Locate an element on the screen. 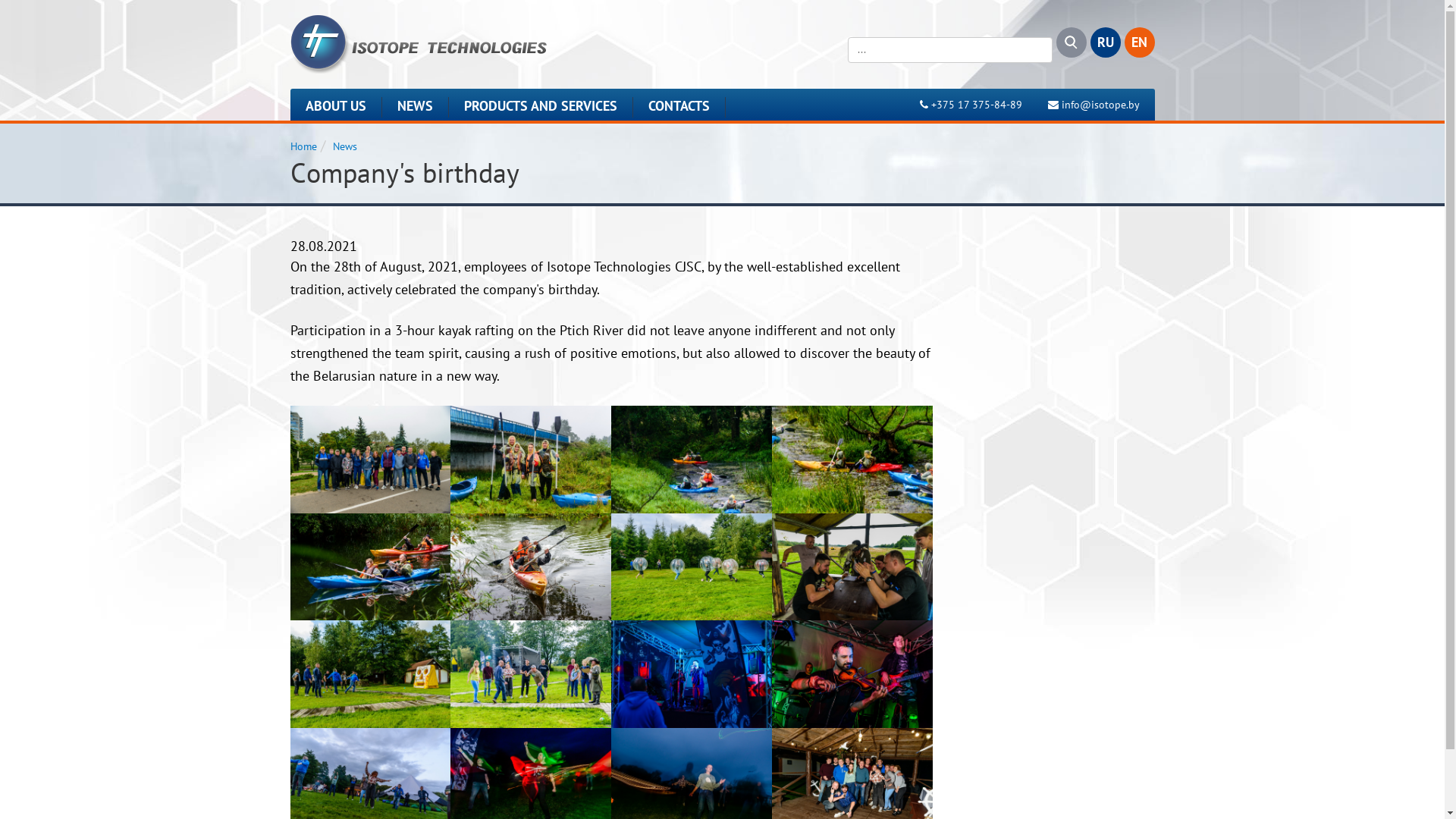 Image resolution: width=1456 pixels, height=819 pixels. 'NEWS' is located at coordinates (415, 106).